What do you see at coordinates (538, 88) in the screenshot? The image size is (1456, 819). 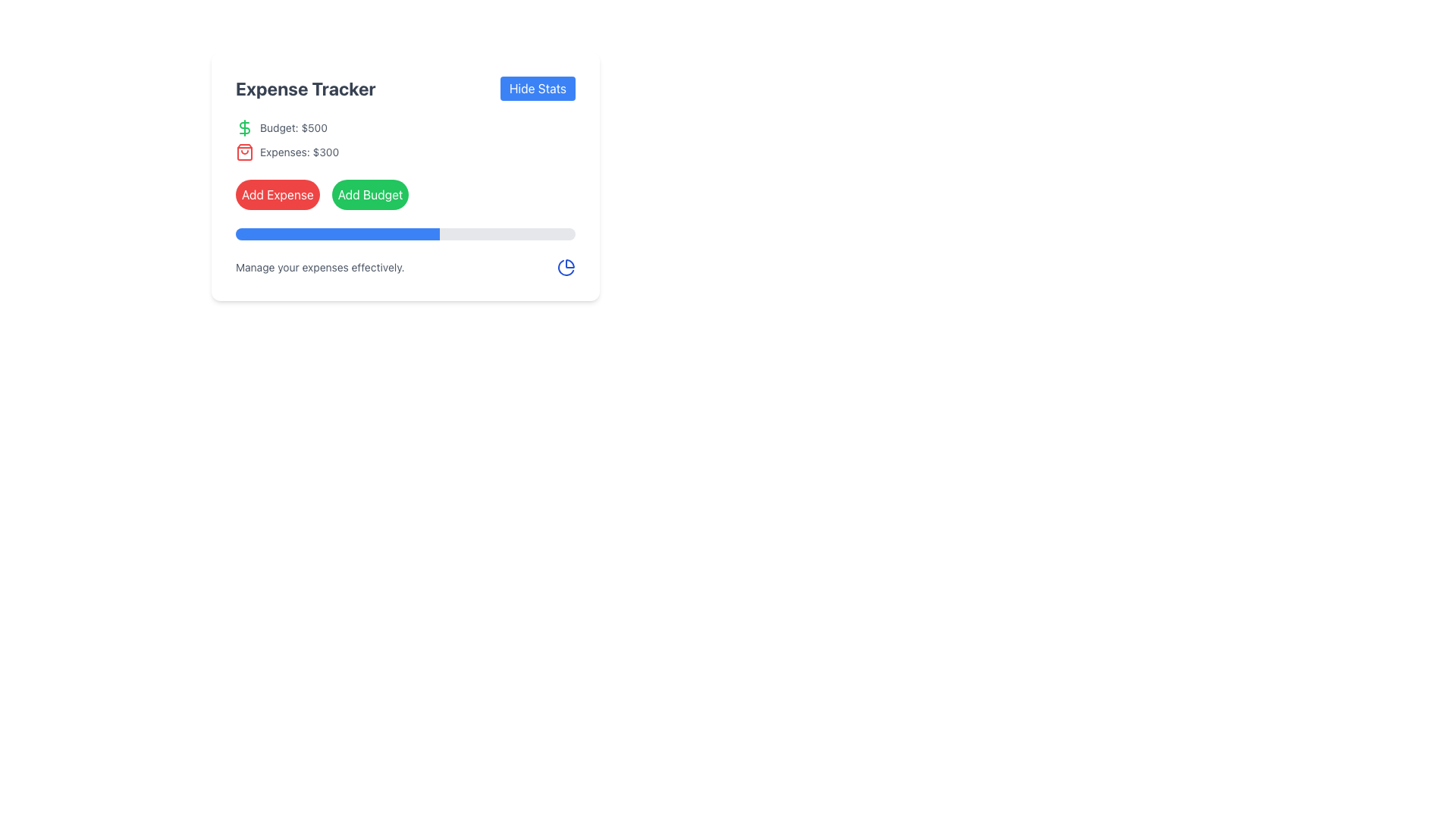 I see `the blue button with rounded corners labeled 'Hide Stats'` at bounding box center [538, 88].